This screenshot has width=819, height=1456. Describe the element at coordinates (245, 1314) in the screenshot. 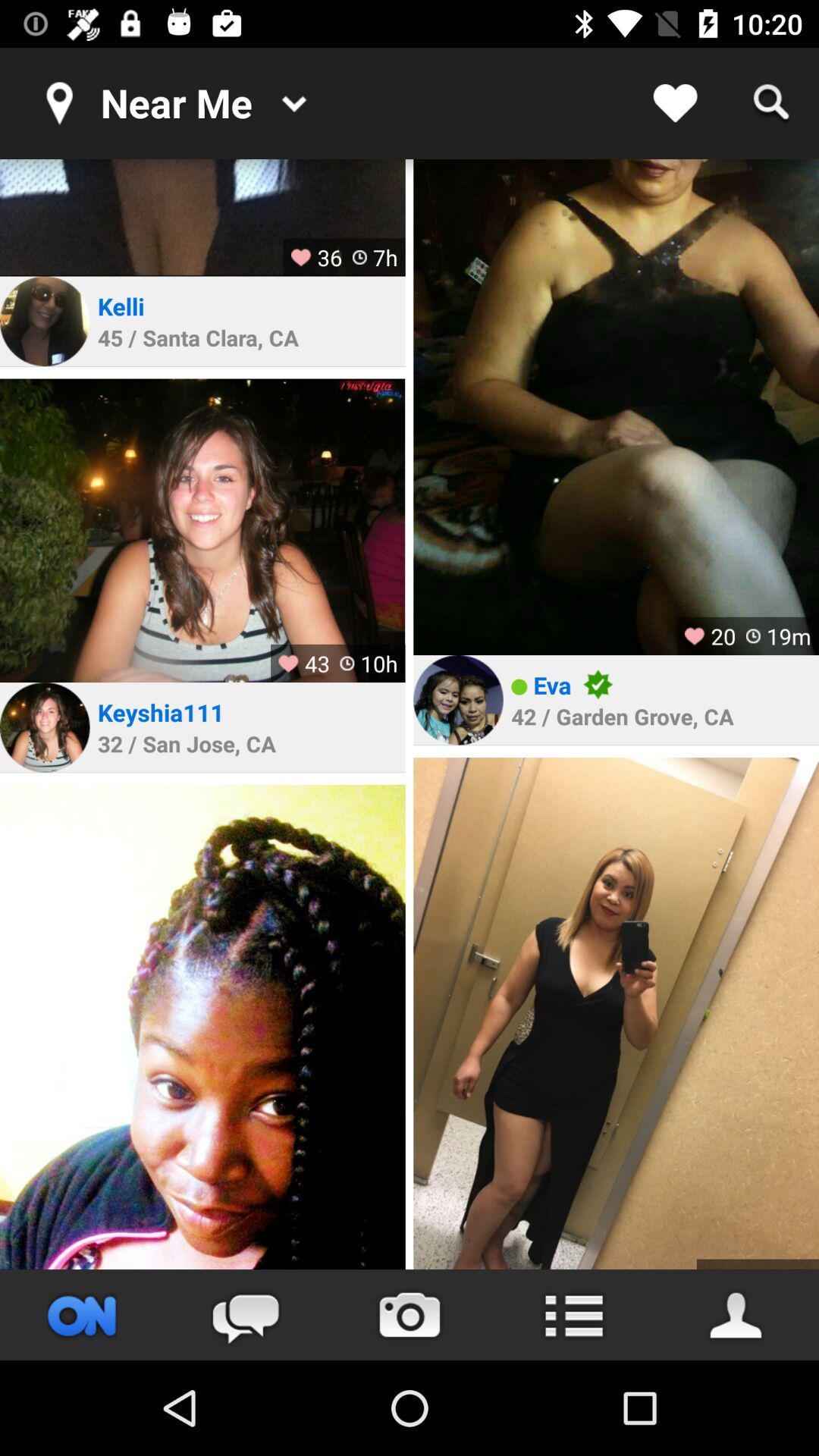

I see `start a chat` at that location.